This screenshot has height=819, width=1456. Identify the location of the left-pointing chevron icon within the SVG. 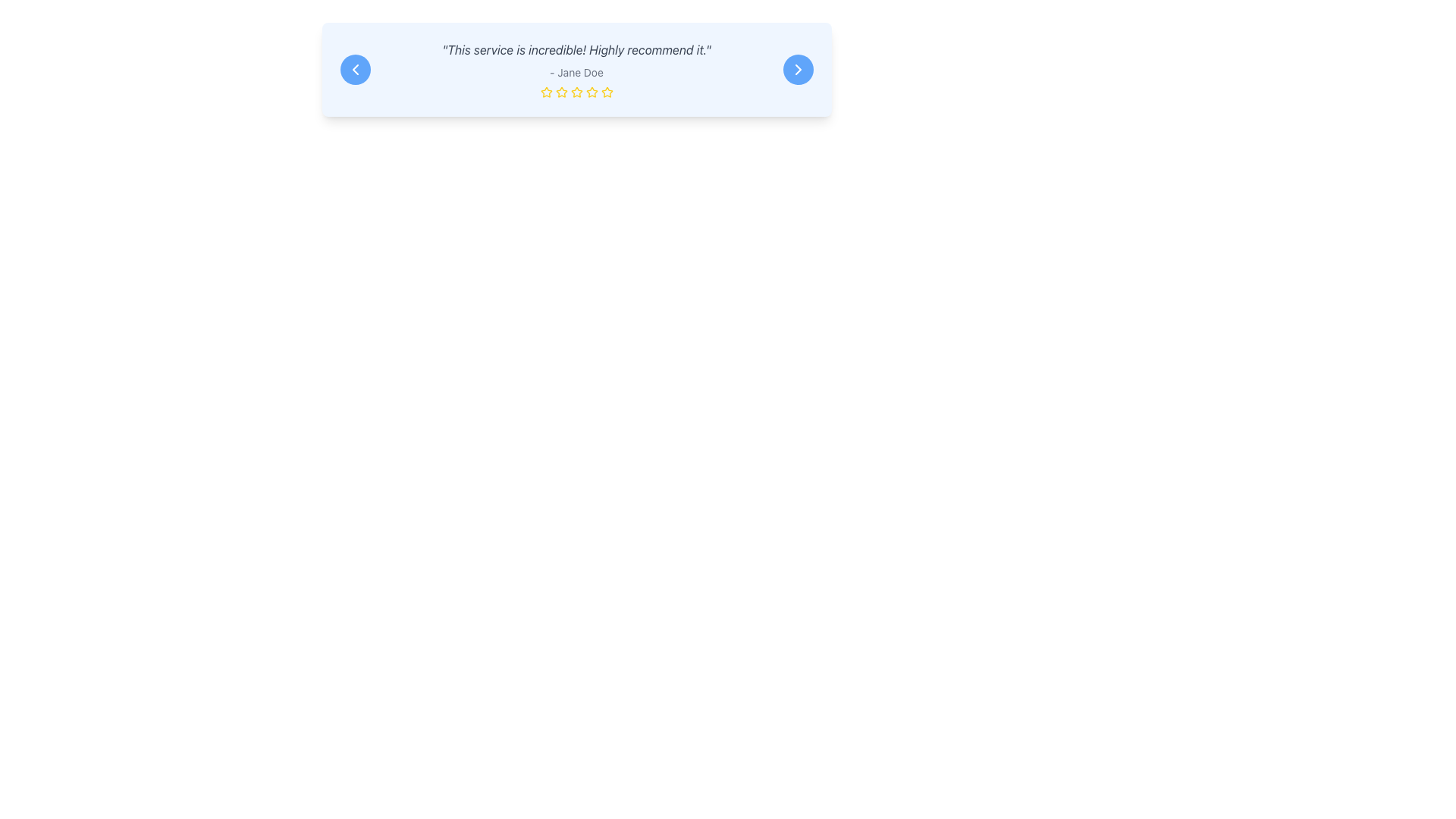
(354, 70).